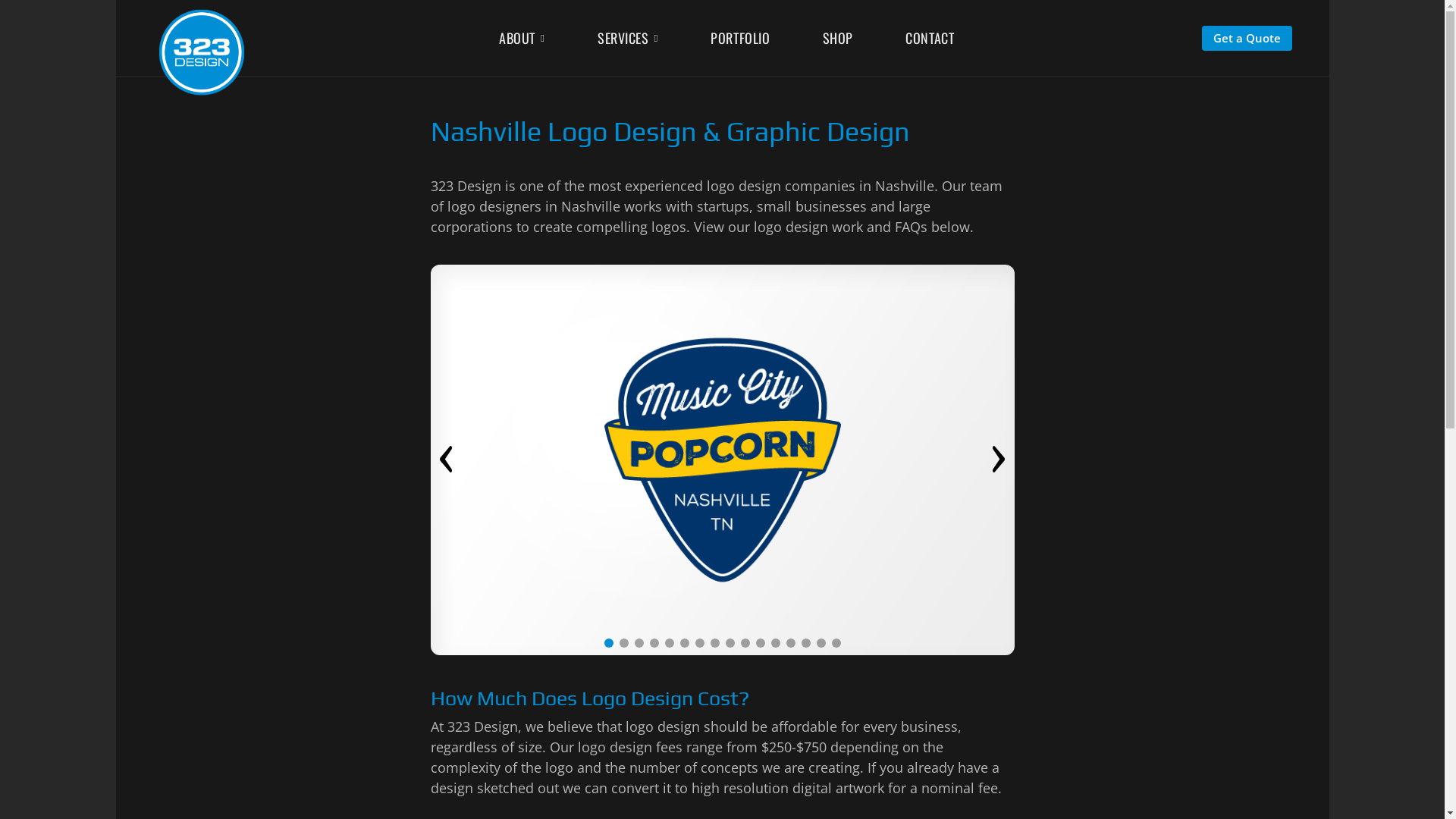 Image resolution: width=1456 pixels, height=819 pixels. I want to click on 'Get a Quote', so click(1247, 37).